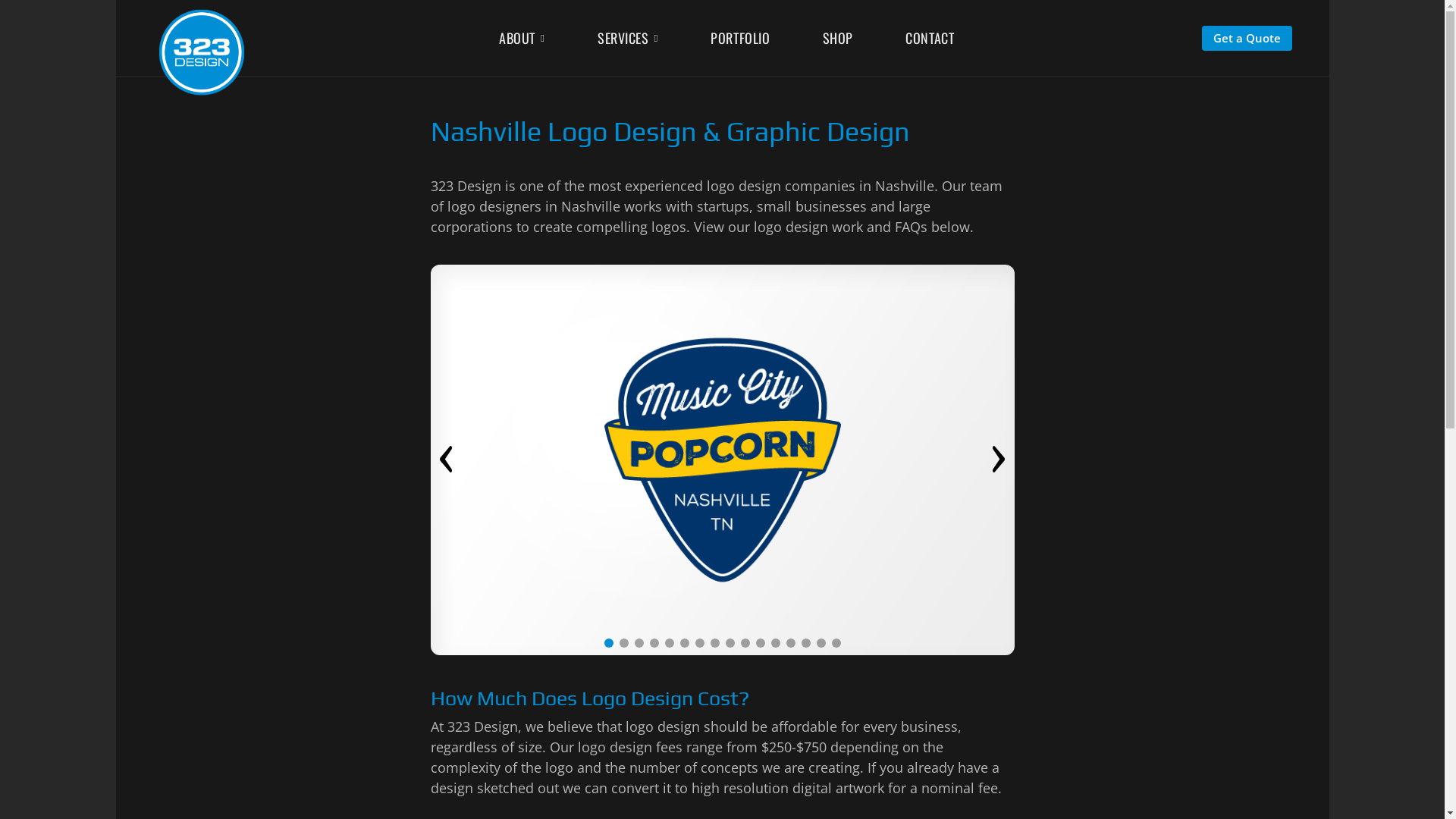 Image resolution: width=1456 pixels, height=819 pixels. I want to click on 'Get a Quote', so click(1247, 37).